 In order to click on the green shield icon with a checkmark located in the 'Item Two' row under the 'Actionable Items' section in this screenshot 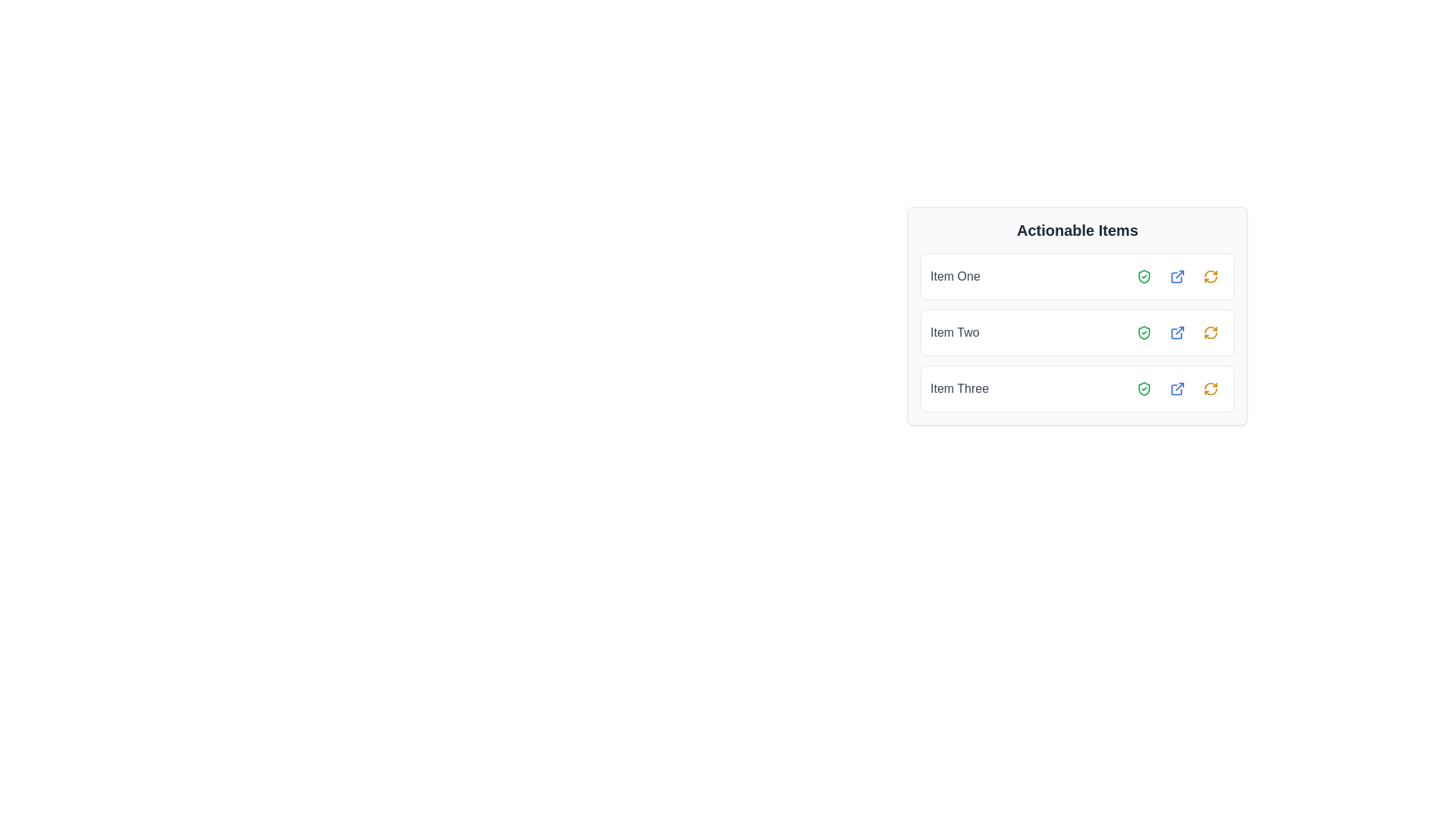, I will do `click(1144, 332)`.